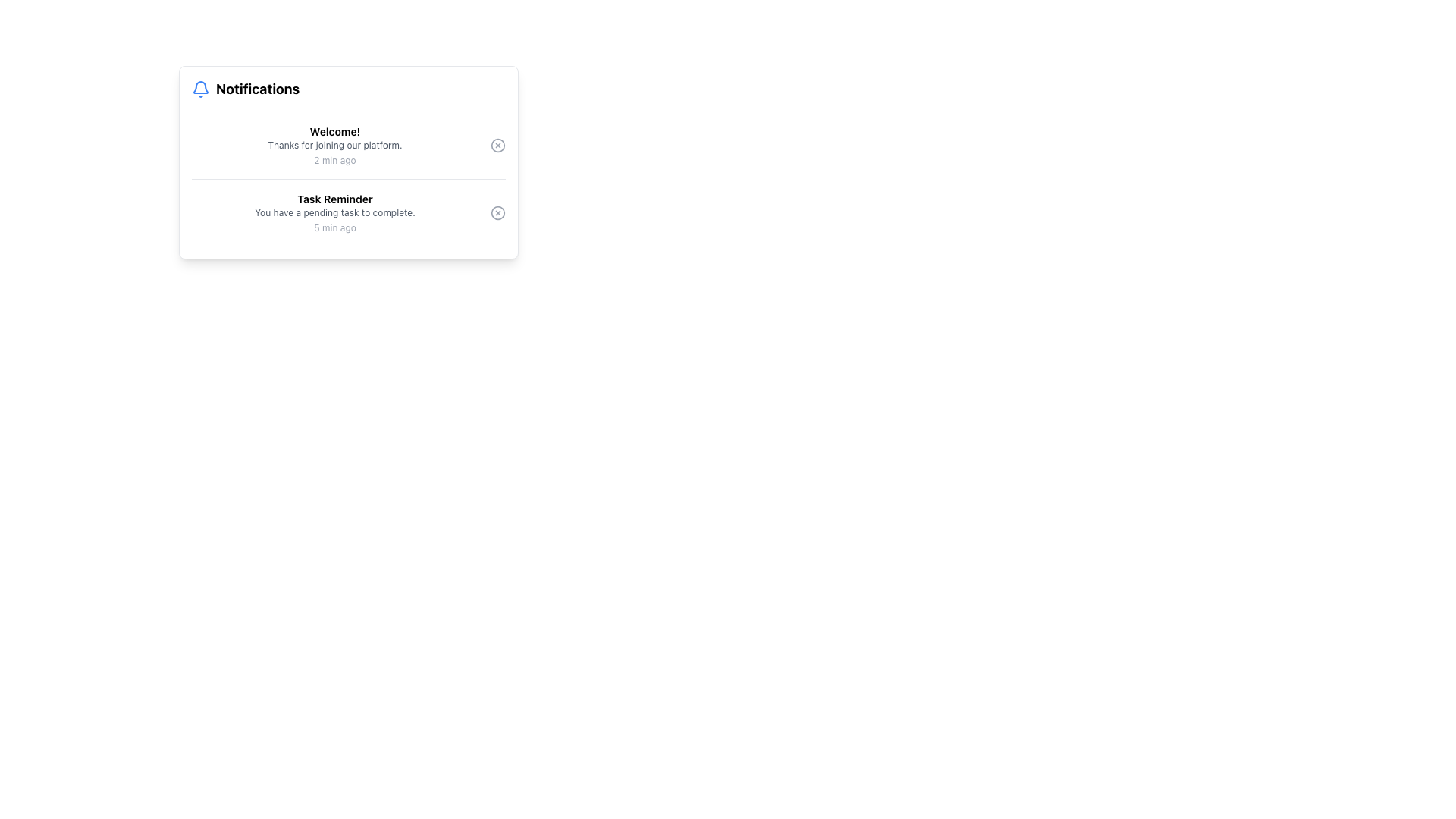 The width and height of the screenshot is (1456, 819). What do you see at coordinates (334, 227) in the screenshot?
I see `timestamp displayed as '5 min ago' located within the notification card under the subtitle 'Task Reminder'` at bounding box center [334, 227].